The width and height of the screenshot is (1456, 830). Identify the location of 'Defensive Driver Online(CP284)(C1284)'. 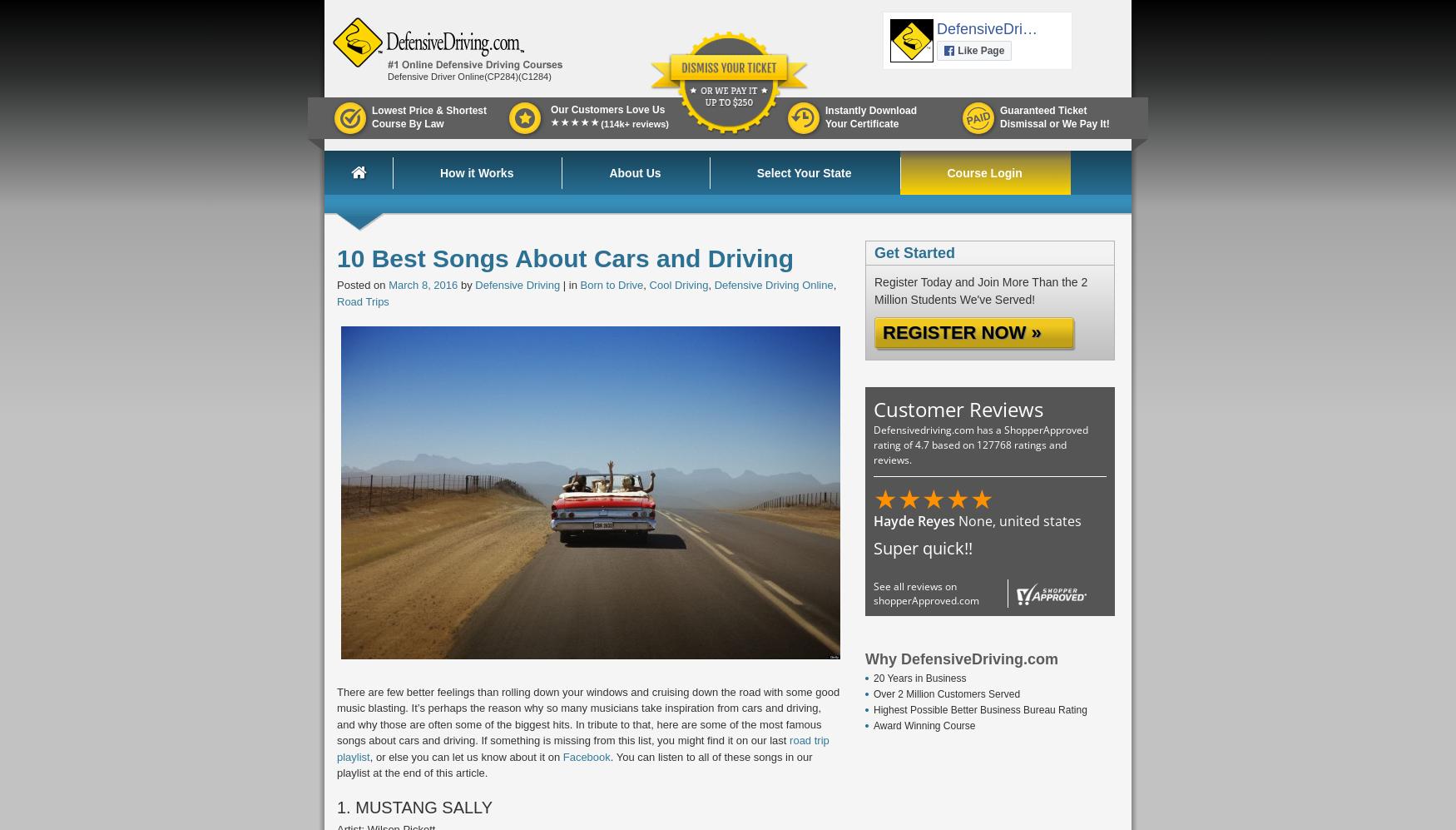
(469, 77).